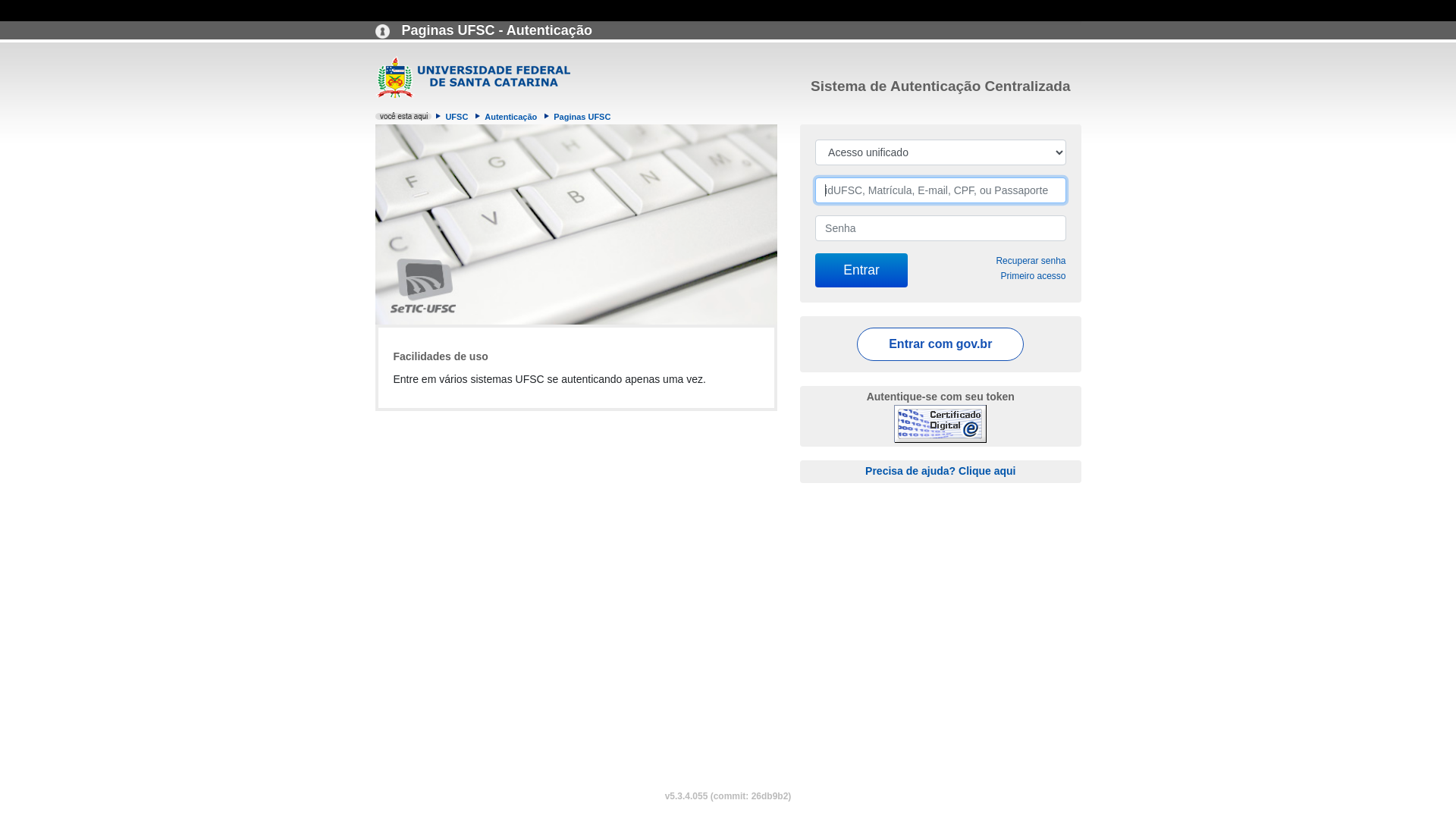 The image size is (1456, 819). What do you see at coordinates (581, 116) in the screenshot?
I see `'Paginas UFSC'` at bounding box center [581, 116].